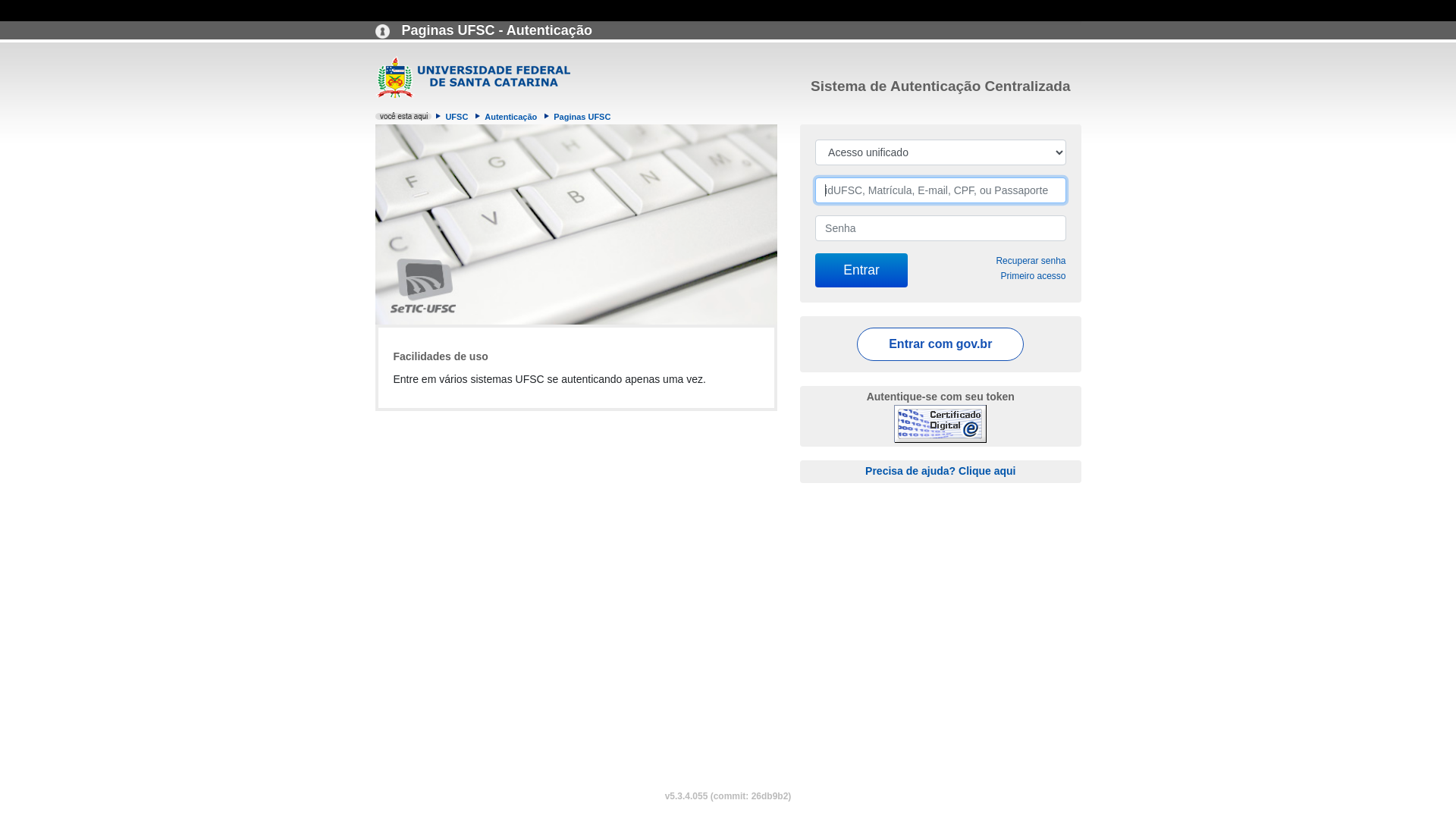 The image size is (1456, 819). What do you see at coordinates (581, 116) in the screenshot?
I see `'Paginas UFSC'` at bounding box center [581, 116].